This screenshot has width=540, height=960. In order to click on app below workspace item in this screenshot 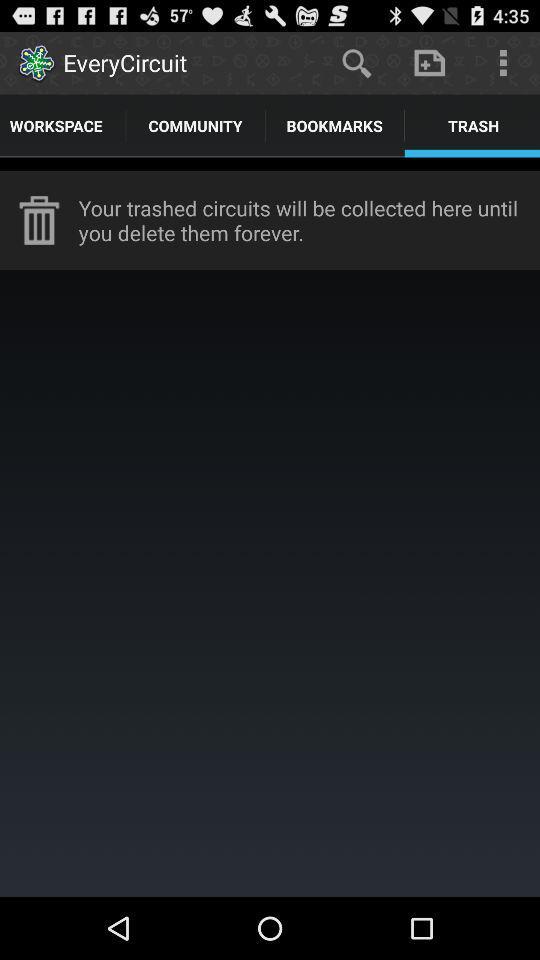, I will do `click(270, 163)`.